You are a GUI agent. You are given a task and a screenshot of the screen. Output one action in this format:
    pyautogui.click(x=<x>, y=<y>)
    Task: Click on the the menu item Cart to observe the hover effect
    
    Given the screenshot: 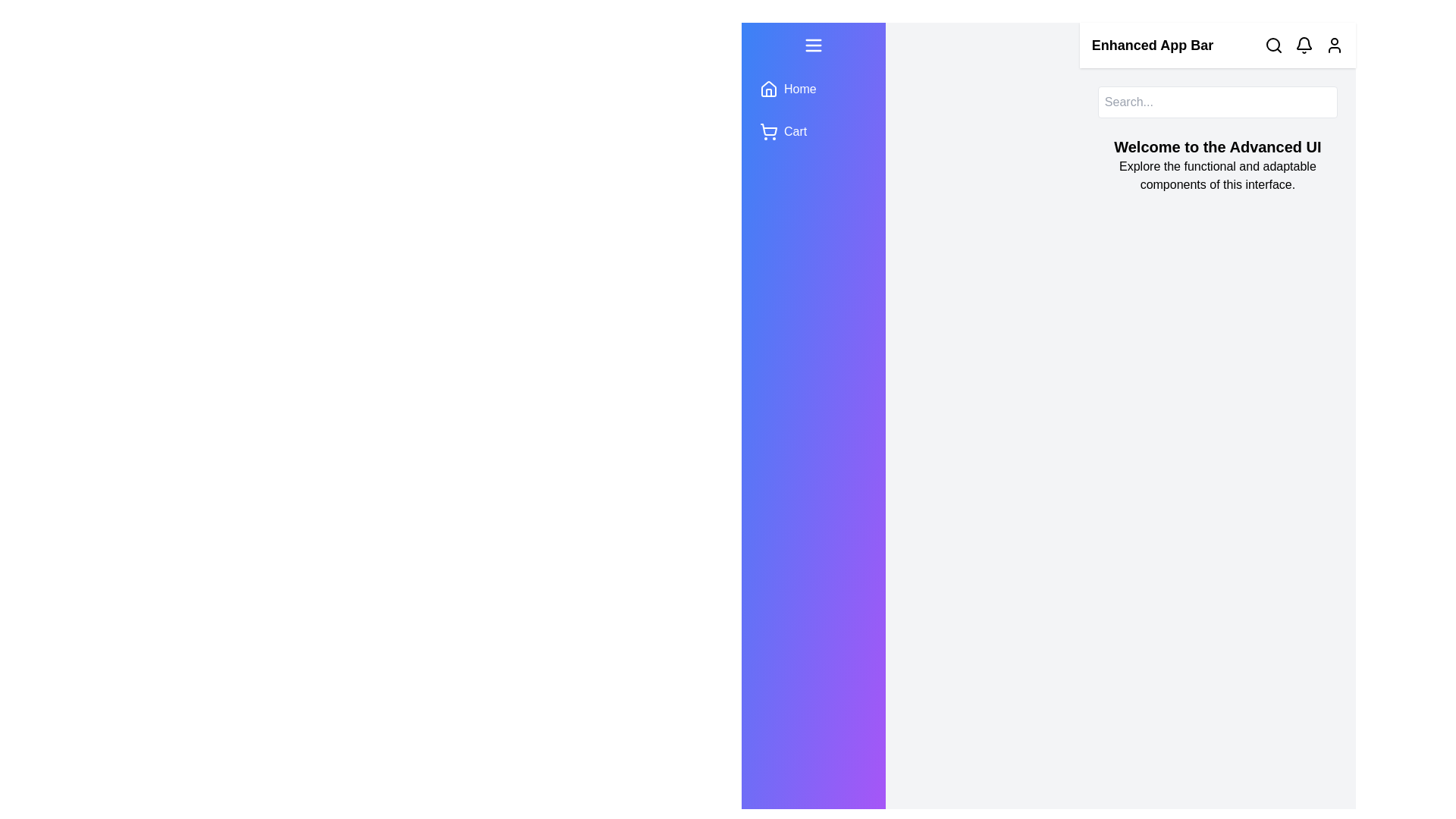 What is the action you would take?
    pyautogui.click(x=811, y=130)
    